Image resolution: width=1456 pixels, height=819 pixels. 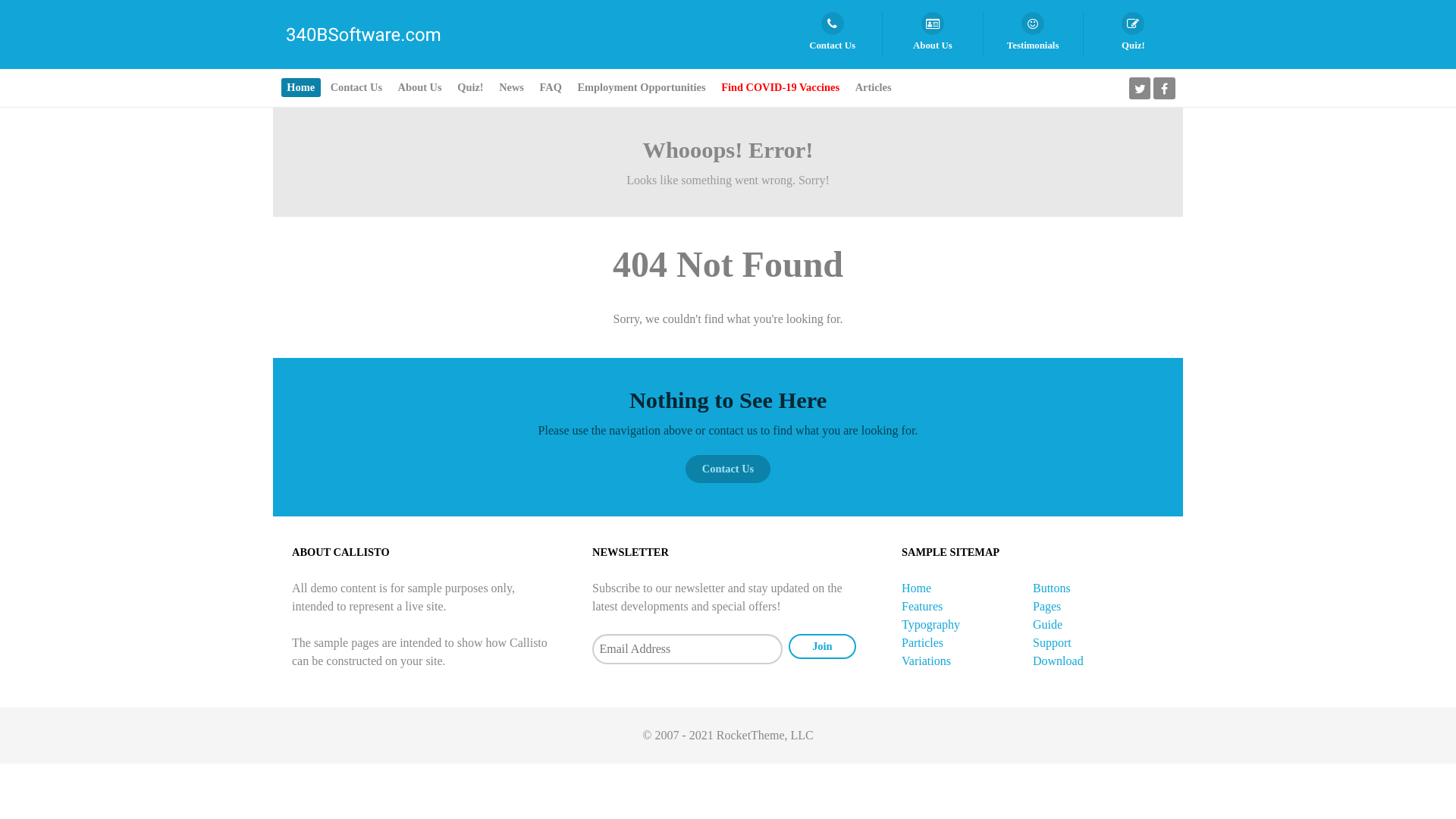 I want to click on 'Features', so click(x=902, y=605).